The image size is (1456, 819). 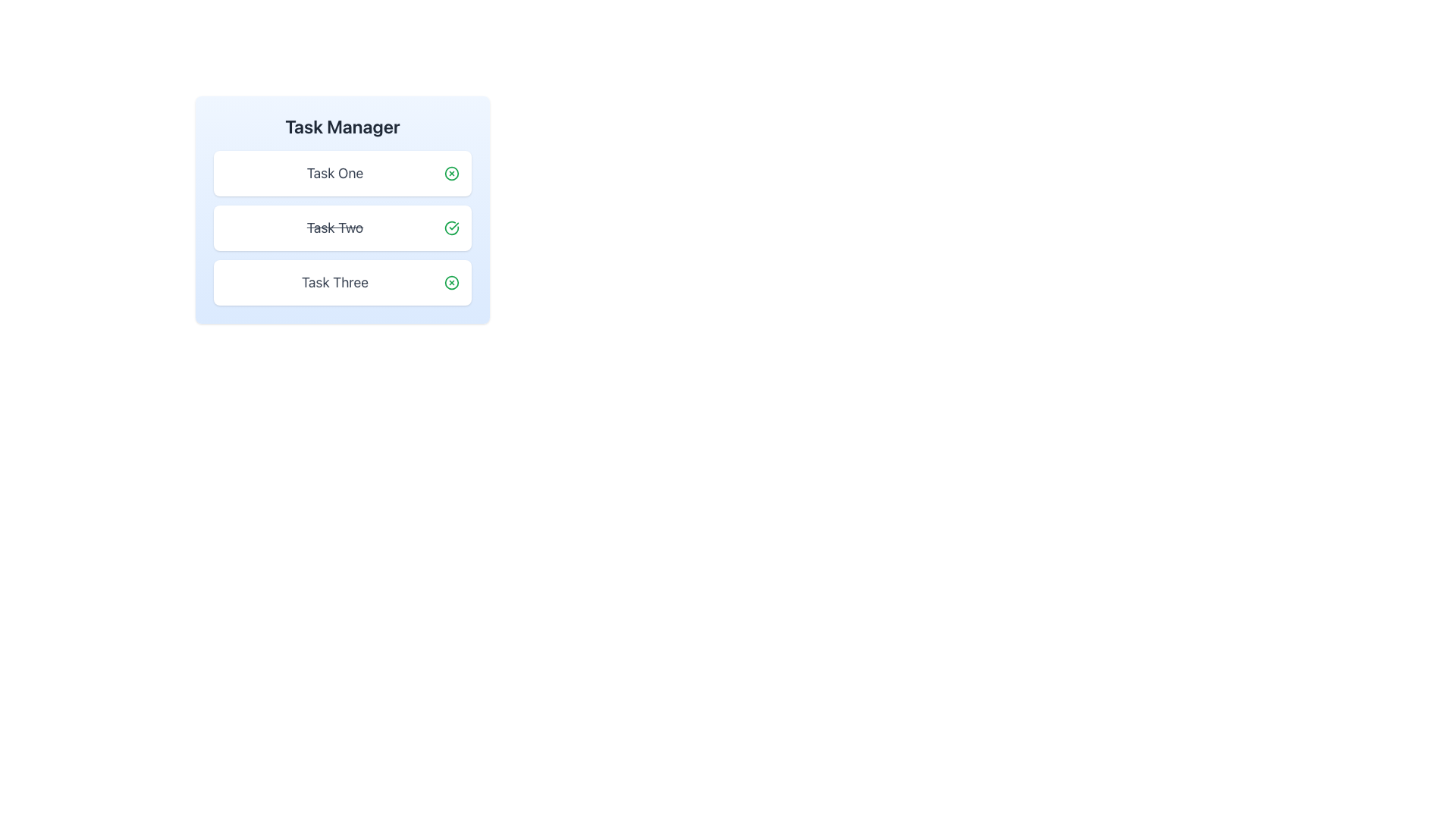 What do you see at coordinates (450, 227) in the screenshot?
I see `the green circular icon with a checkmark at its center` at bounding box center [450, 227].